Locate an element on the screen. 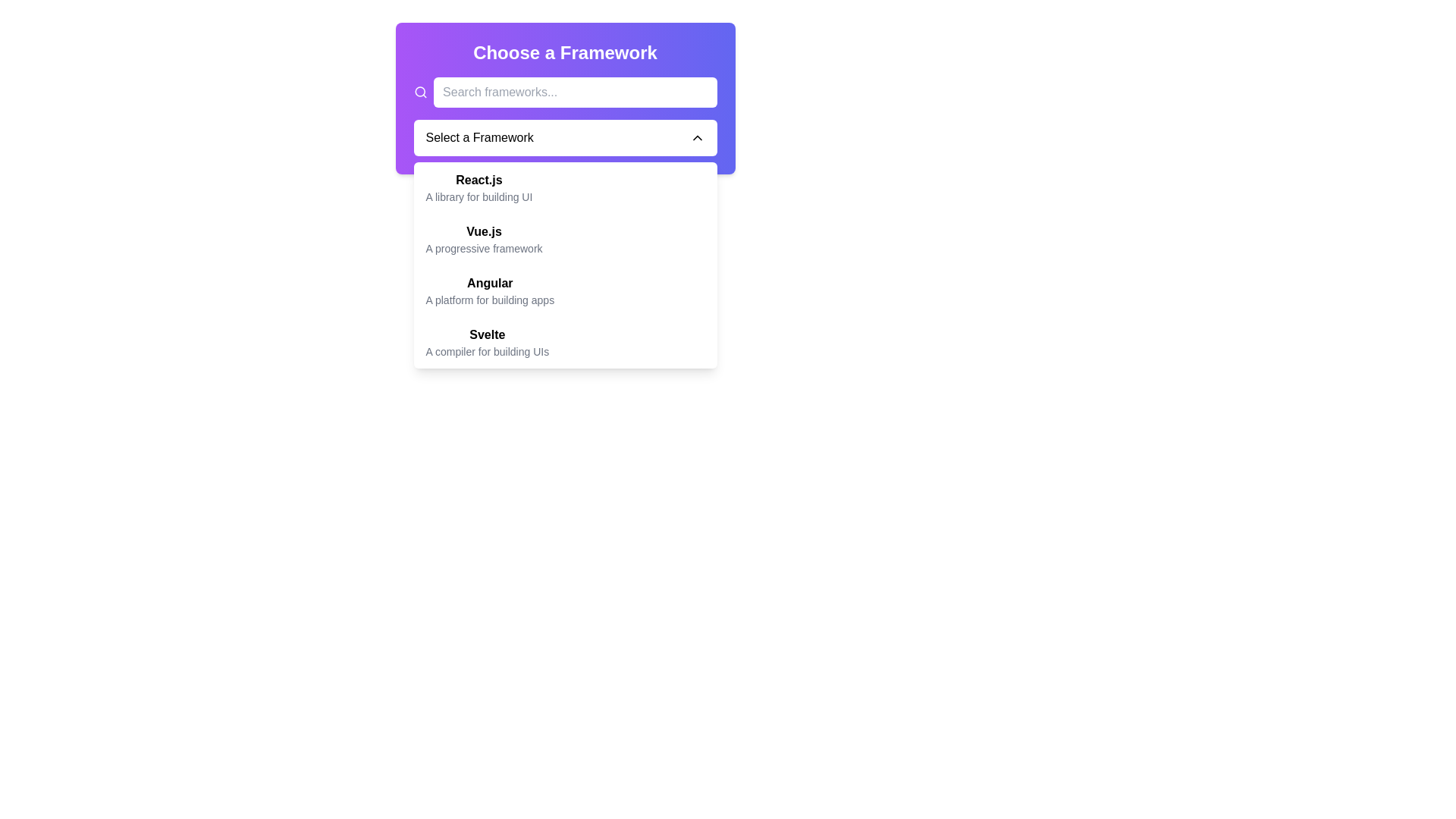  the second selectable list item titled 'Vue.js' in the dropdown menu labeled 'Select a Framework' is located at coordinates (483, 239).